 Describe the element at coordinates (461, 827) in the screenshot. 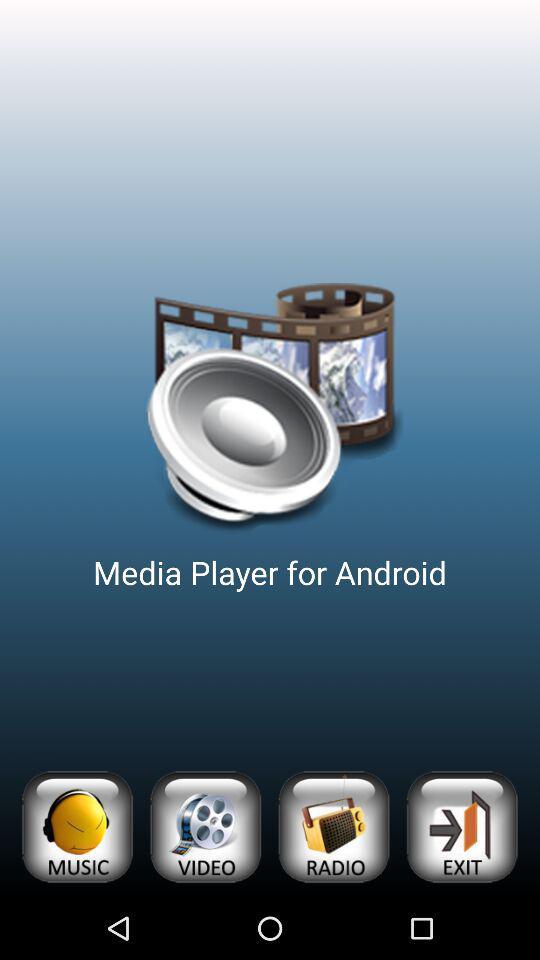

I see `exit app` at that location.